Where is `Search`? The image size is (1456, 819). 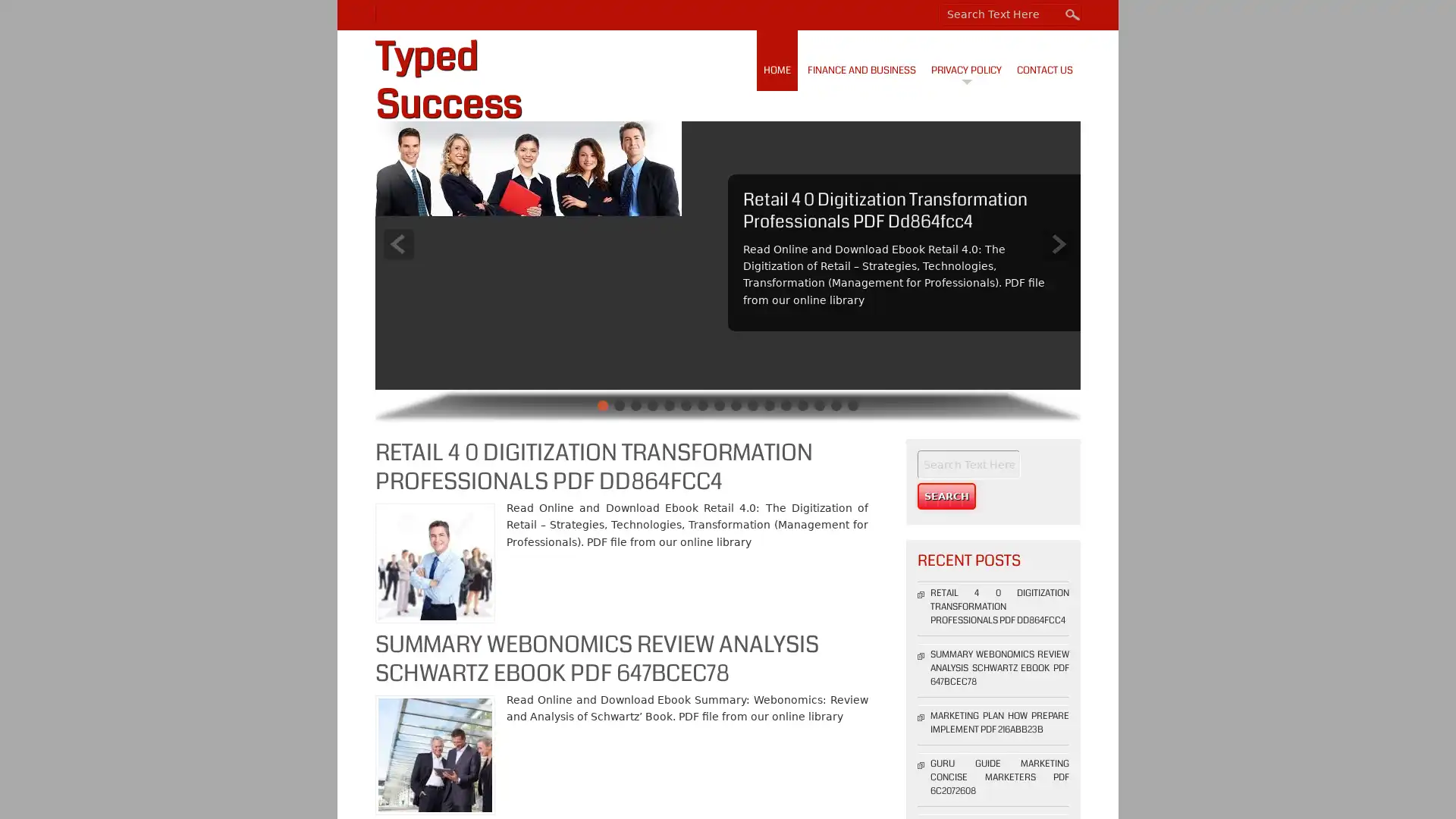
Search is located at coordinates (946, 496).